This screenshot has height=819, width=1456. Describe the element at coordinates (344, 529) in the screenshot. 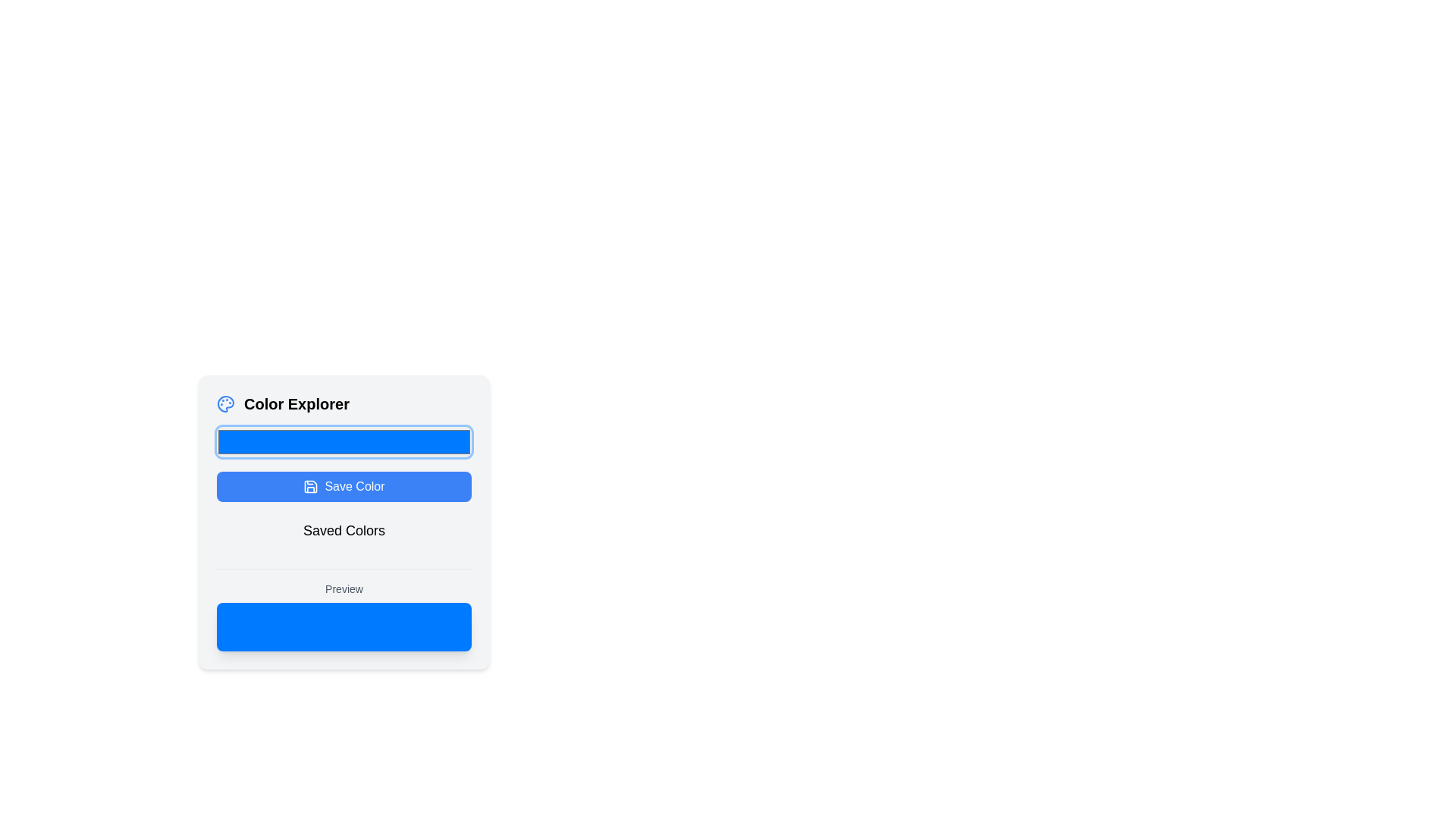

I see `the 'Saved Colors' text label, which is styled in a large font and positioned below the 'Save Color' button` at that location.